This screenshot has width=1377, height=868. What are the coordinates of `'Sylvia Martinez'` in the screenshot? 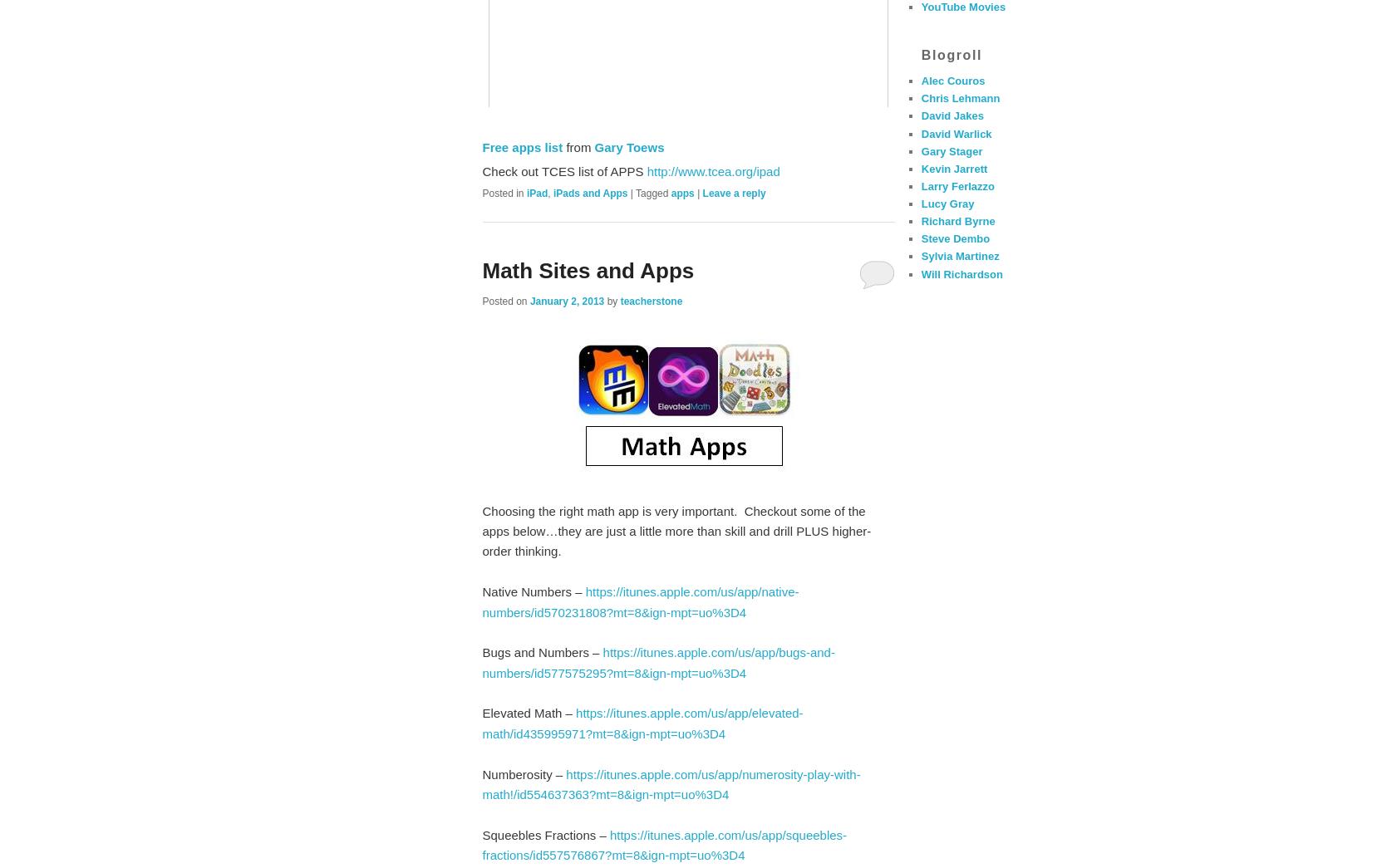 It's located at (958, 256).